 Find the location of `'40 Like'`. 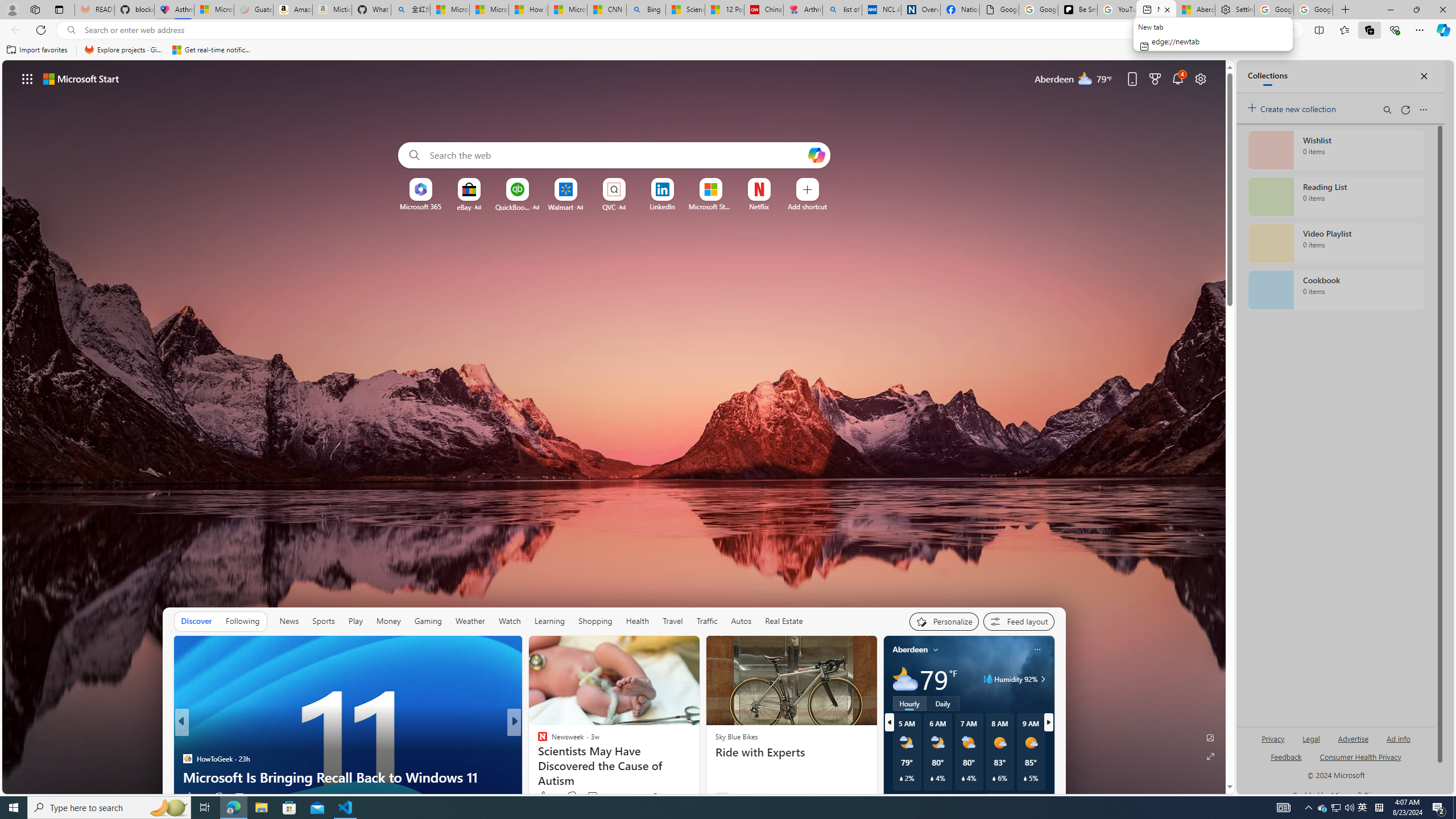

'40 Like' is located at coordinates (543, 797).